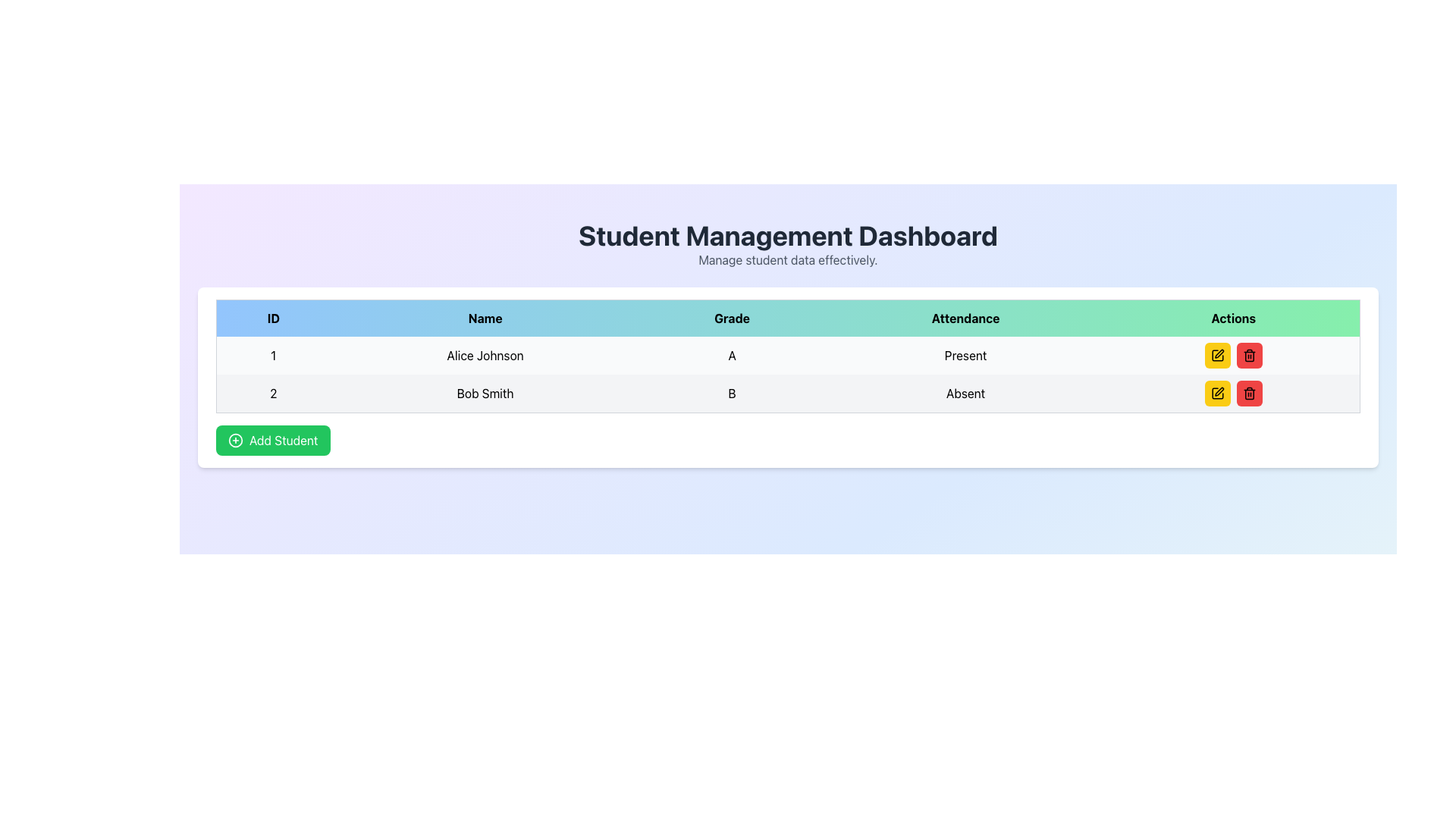  What do you see at coordinates (485, 317) in the screenshot?
I see `the static text label that serves as the column header for the 'Name' column in the table structure, located between the 'ID' and 'Grade' elements` at bounding box center [485, 317].